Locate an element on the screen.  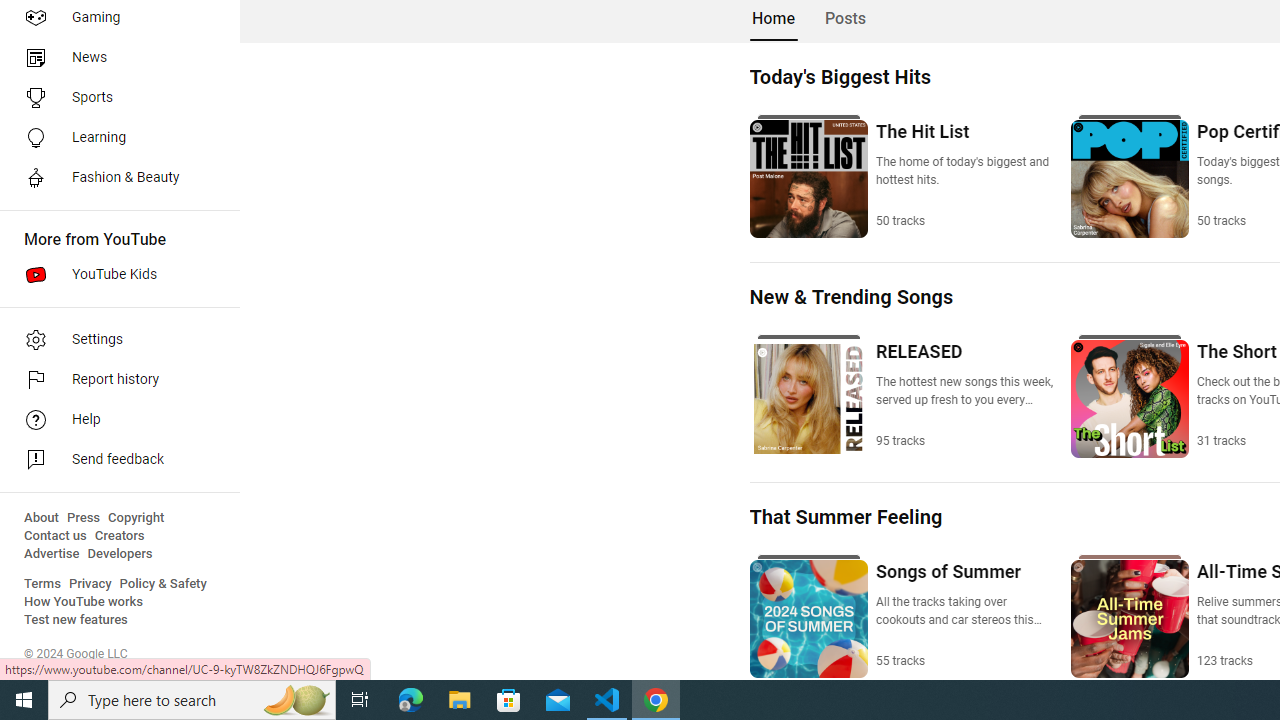
'Copyright' is located at coordinates (135, 517).